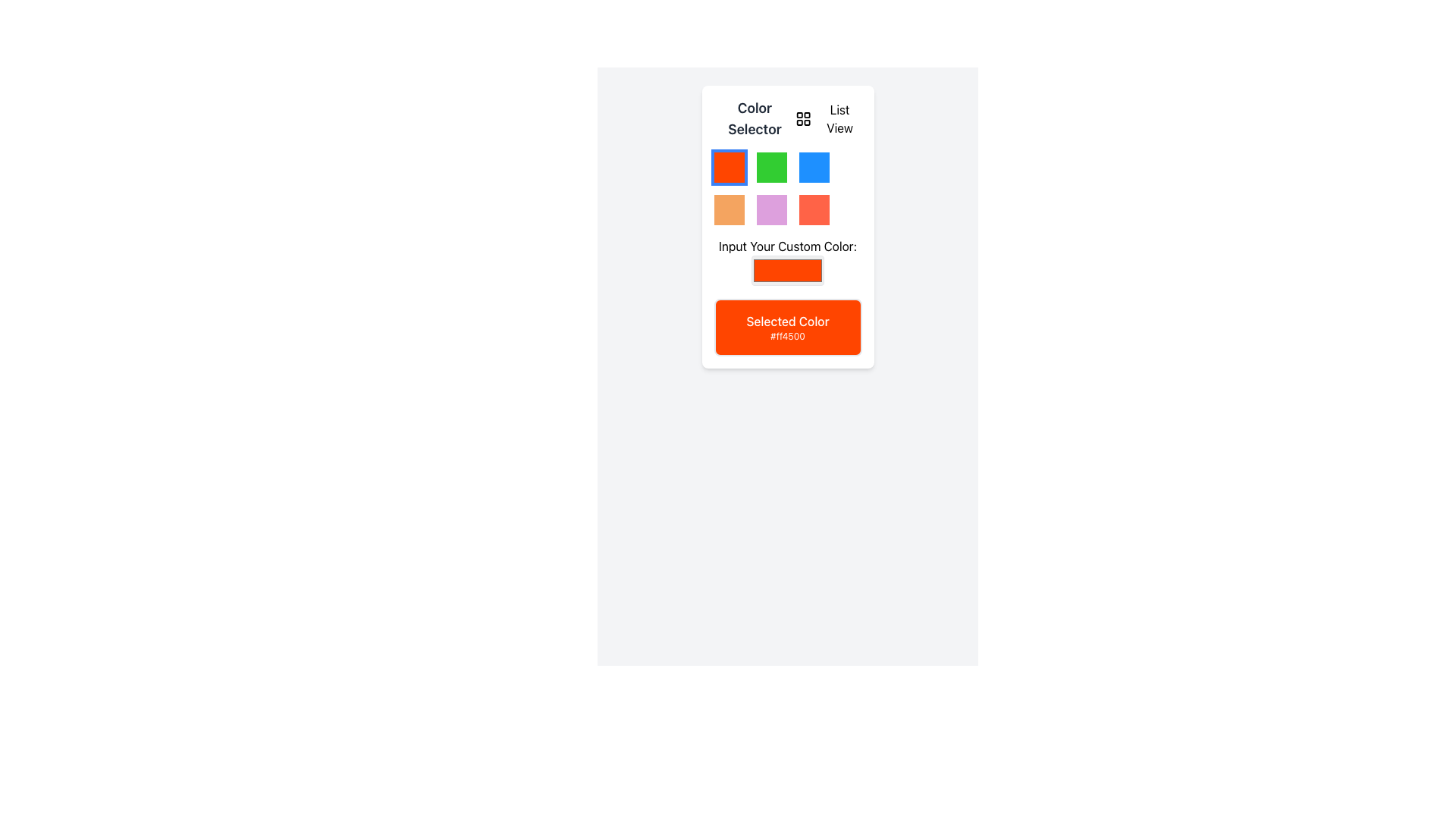 The height and width of the screenshot is (819, 1456). What do you see at coordinates (729, 167) in the screenshot?
I see `the orange square button with a blue border located in the top-left corner of the 3x2 grid` at bounding box center [729, 167].